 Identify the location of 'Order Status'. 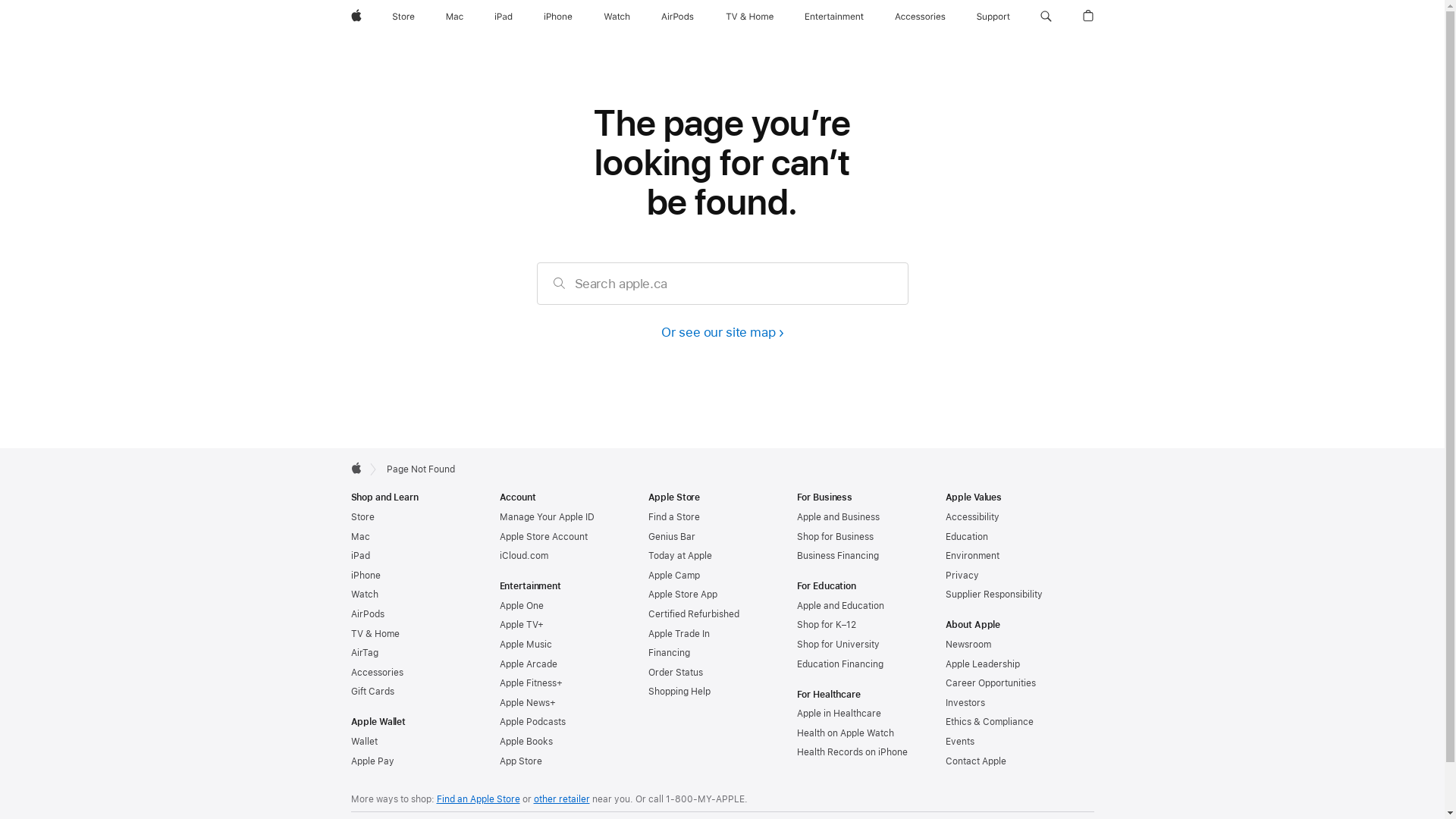
(673, 672).